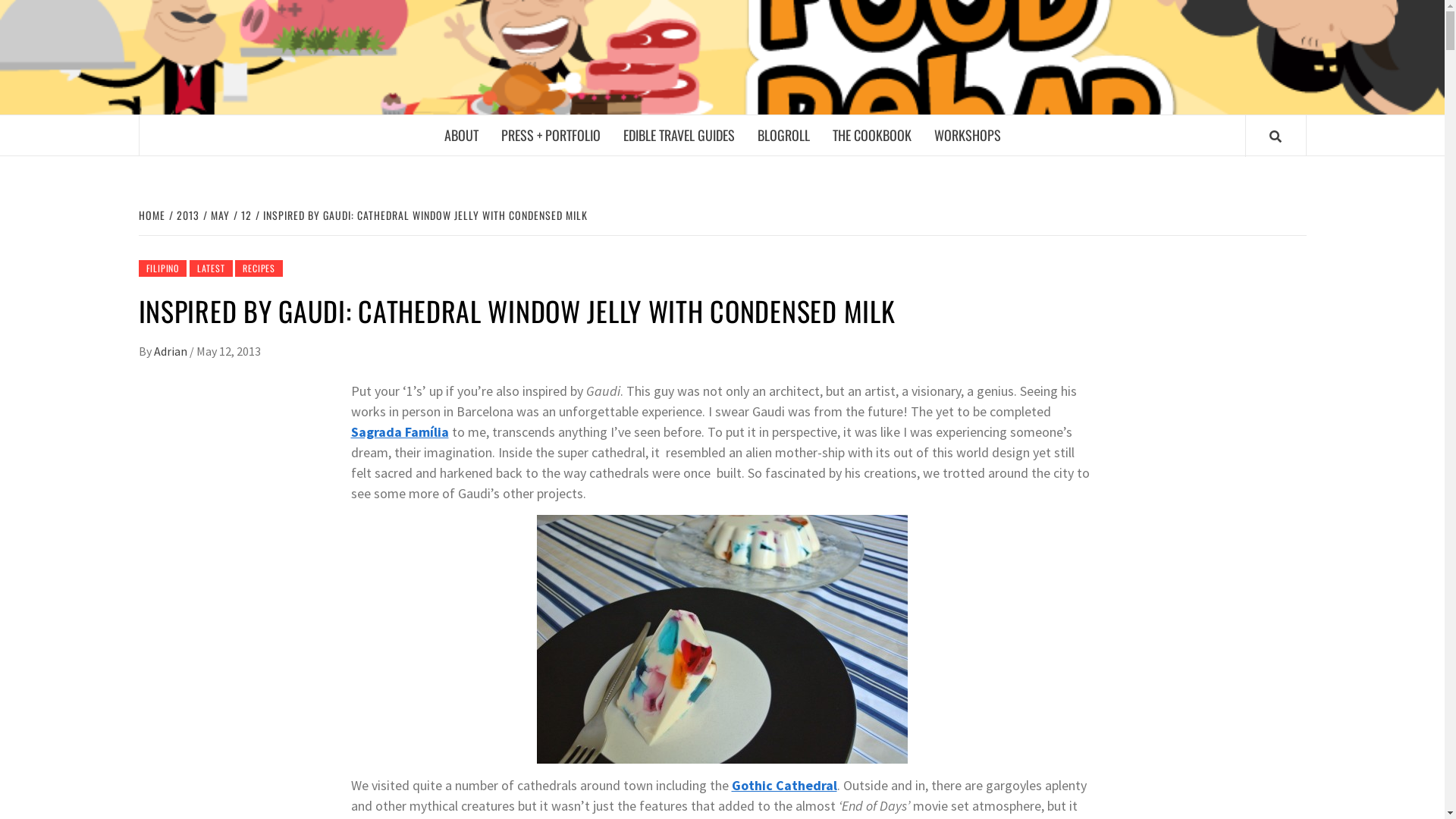  What do you see at coordinates (783, 785) in the screenshot?
I see `'Gothic Cathedral'` at bounding box center [783, 785].